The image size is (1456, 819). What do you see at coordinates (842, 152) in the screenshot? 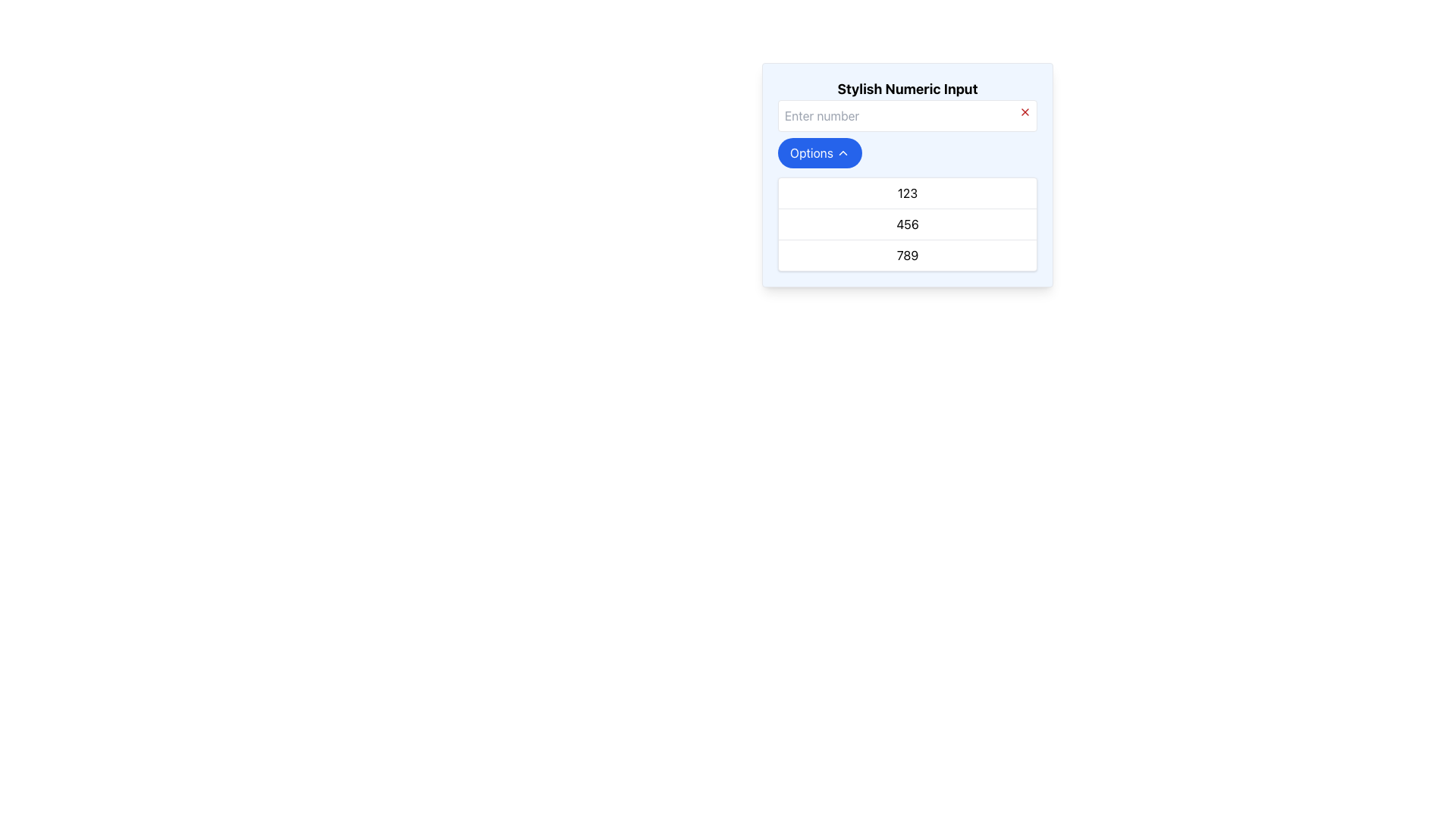
I see `the icon located at the right side of the 'Options' button, which indicates the presence of a collapsible or expandable section` at bounding box center [842, 152].